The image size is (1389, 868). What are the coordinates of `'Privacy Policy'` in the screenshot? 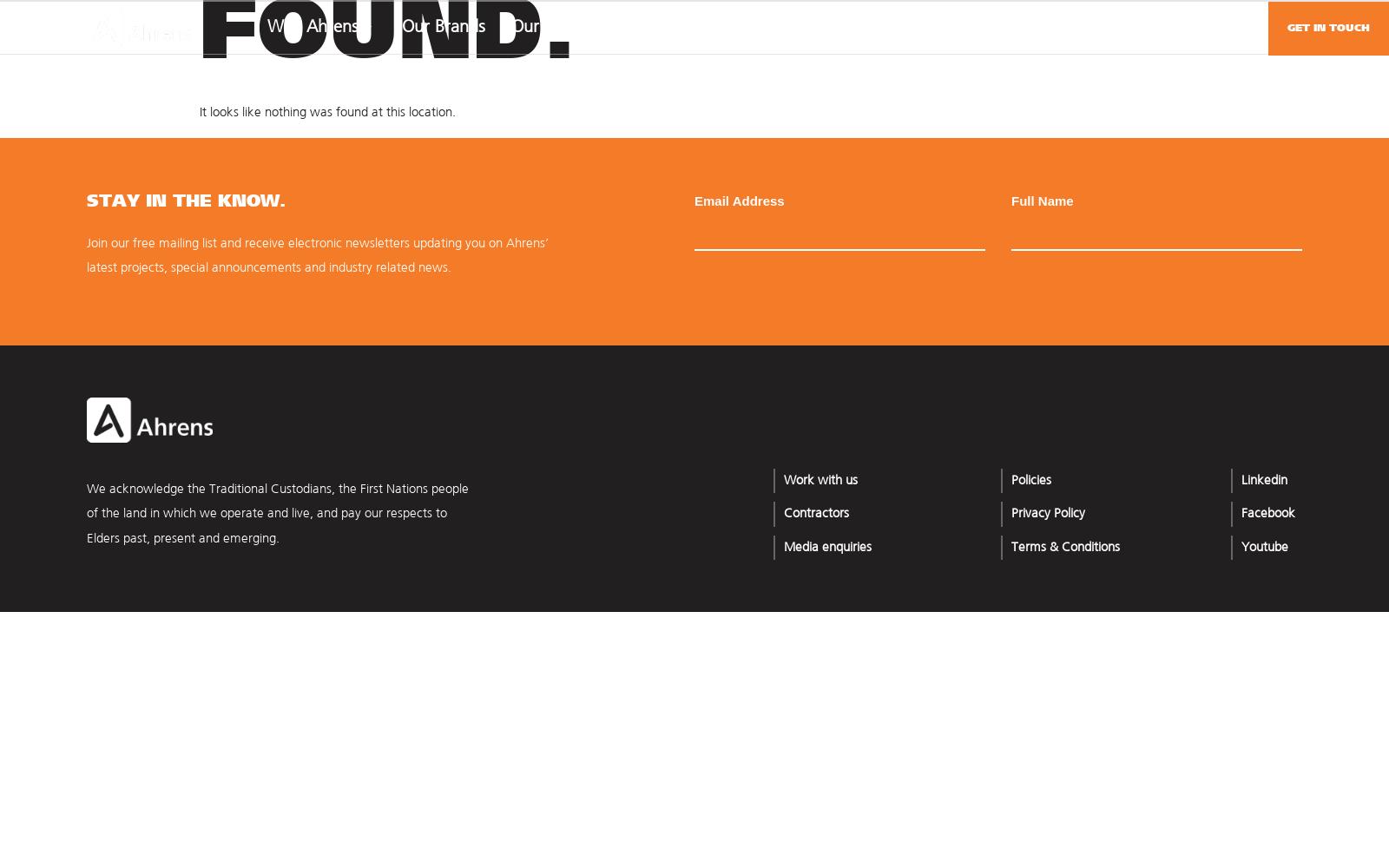 It's located at (1046, 513).